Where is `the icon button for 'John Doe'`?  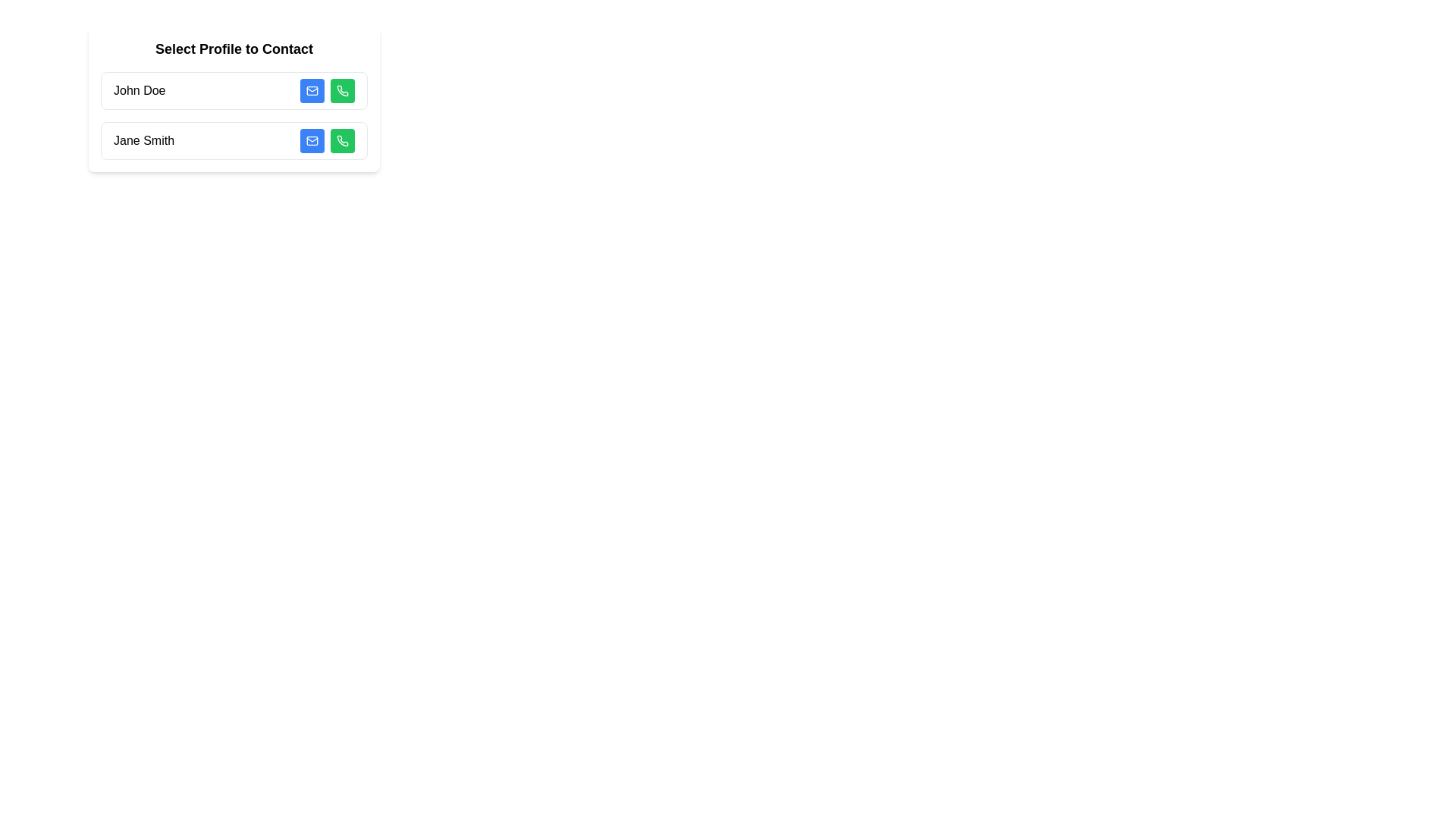
the icon button for 'John Doe' is located at coordinates (341, 140).